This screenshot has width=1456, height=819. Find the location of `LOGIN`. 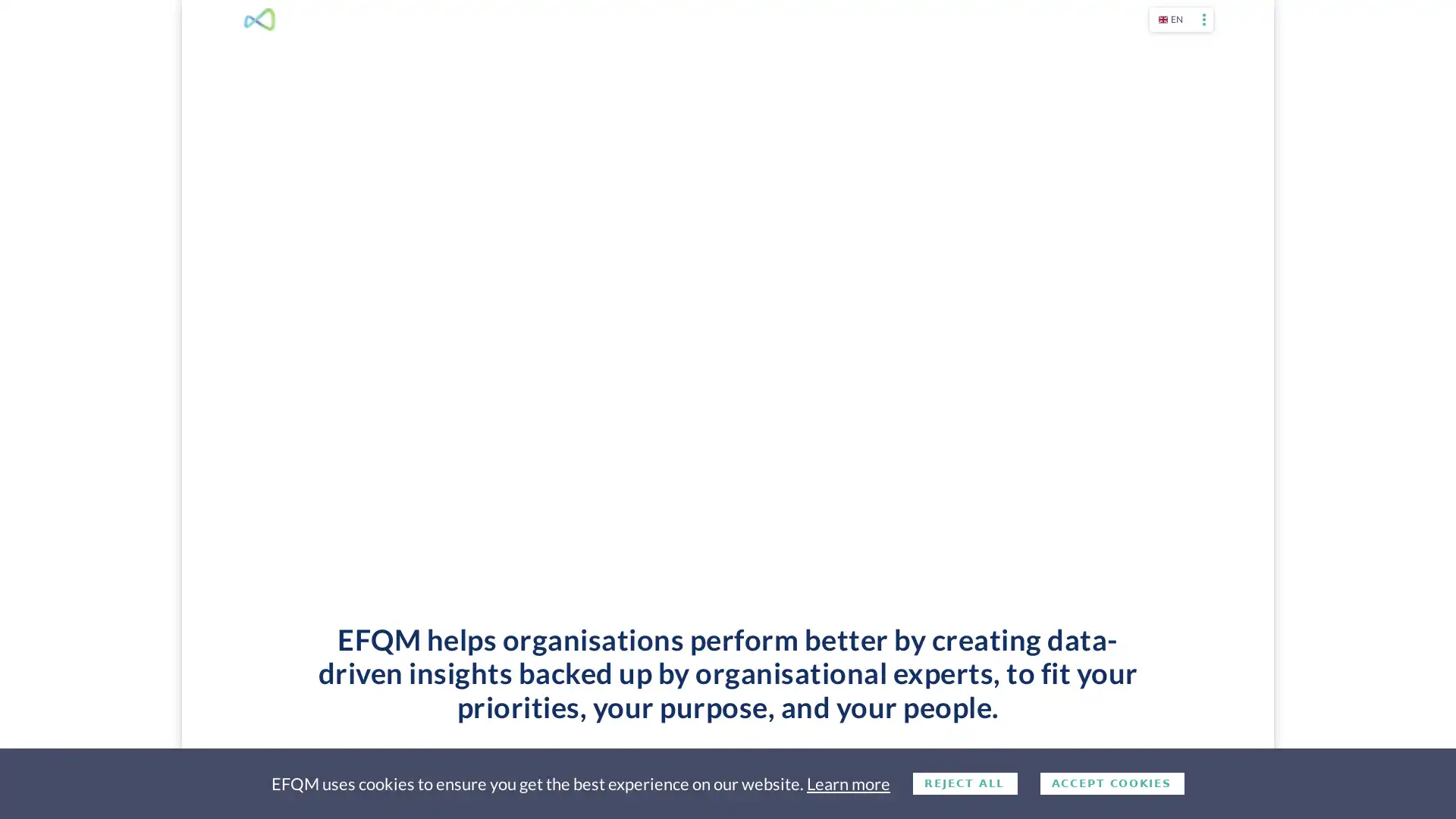

LOGIN is located at coordinates (1113, 20).